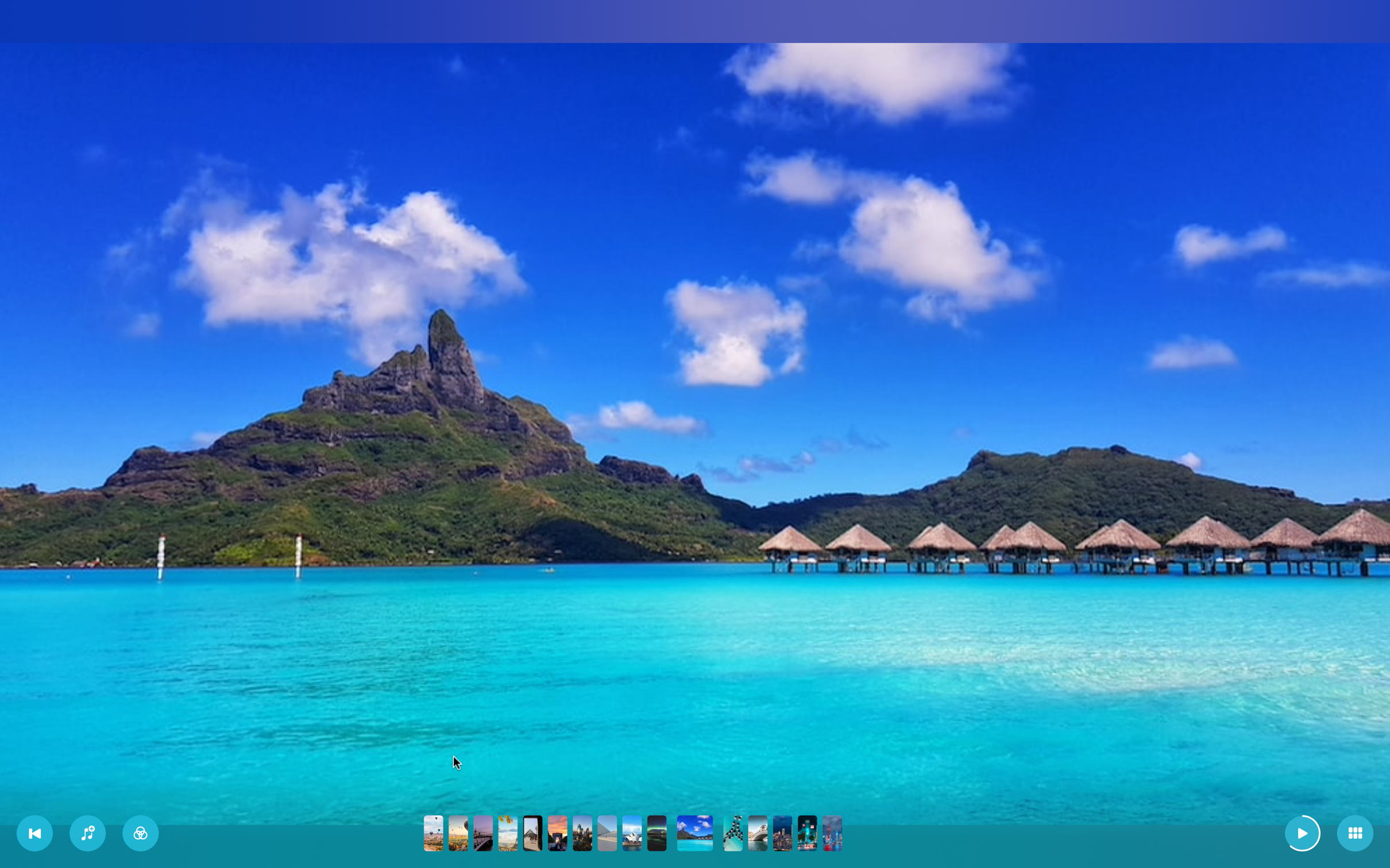 This screenshot has width=1390, height=868. What do you see at coordinates (832, 834) in the screenshot?
I see `Move to the end snapshot of the slideshow` at bounding box center [832, 834].